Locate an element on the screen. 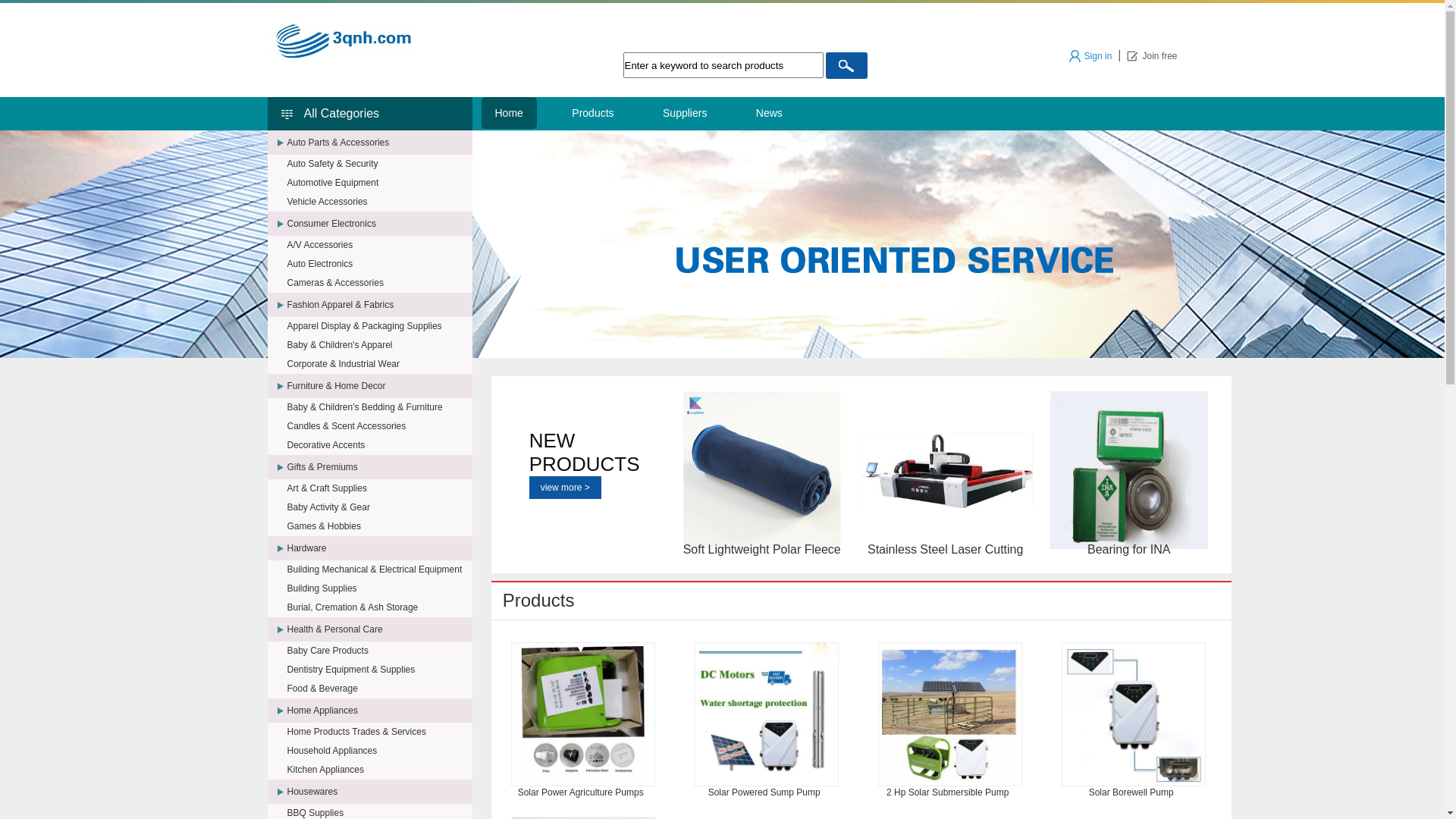 The height and width of the screenshot is (819, 1456). 'Health & Personal Care' is located at coordinates (378, 629).